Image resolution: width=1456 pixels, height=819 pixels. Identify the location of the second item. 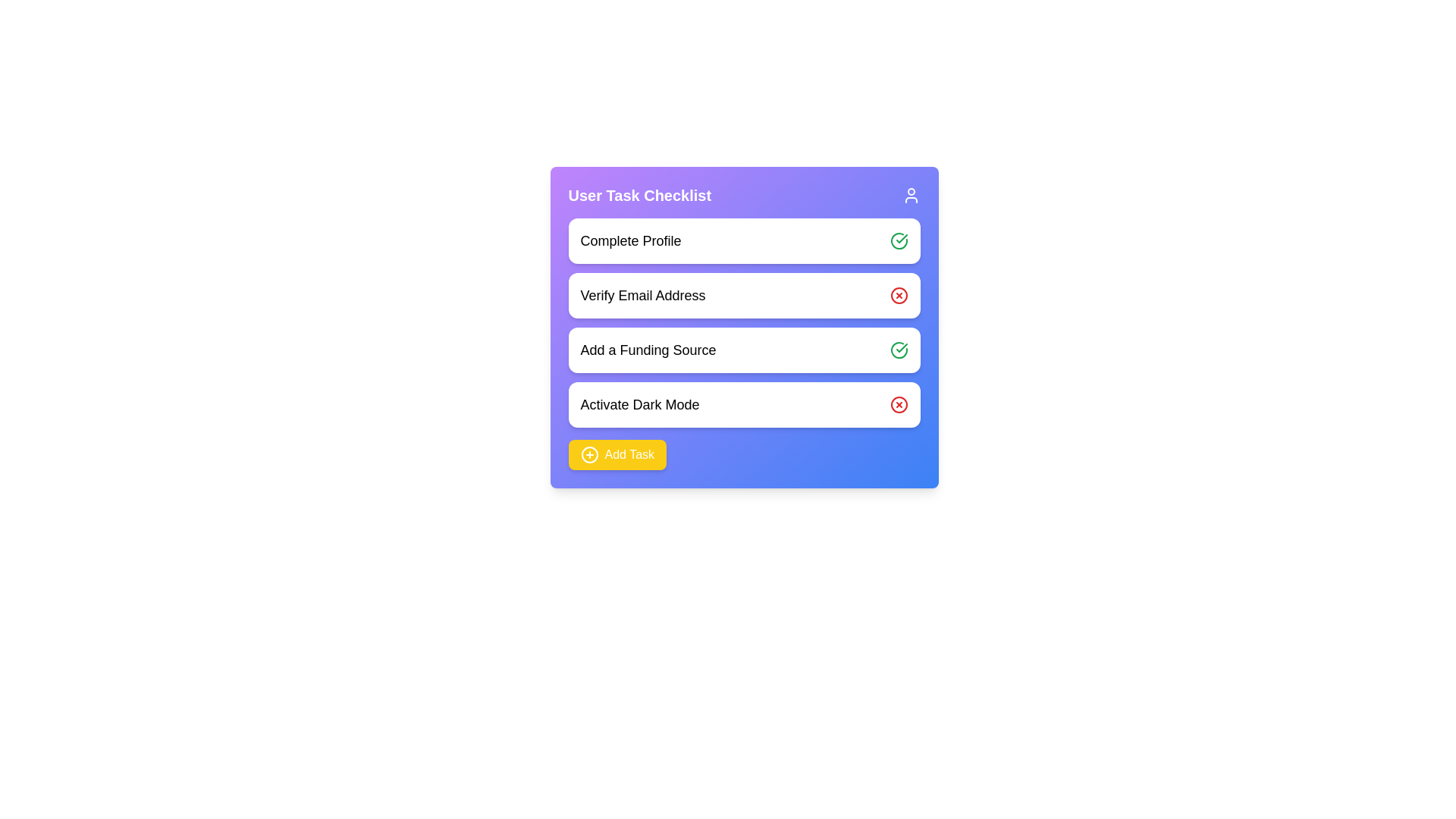
(744, 295).